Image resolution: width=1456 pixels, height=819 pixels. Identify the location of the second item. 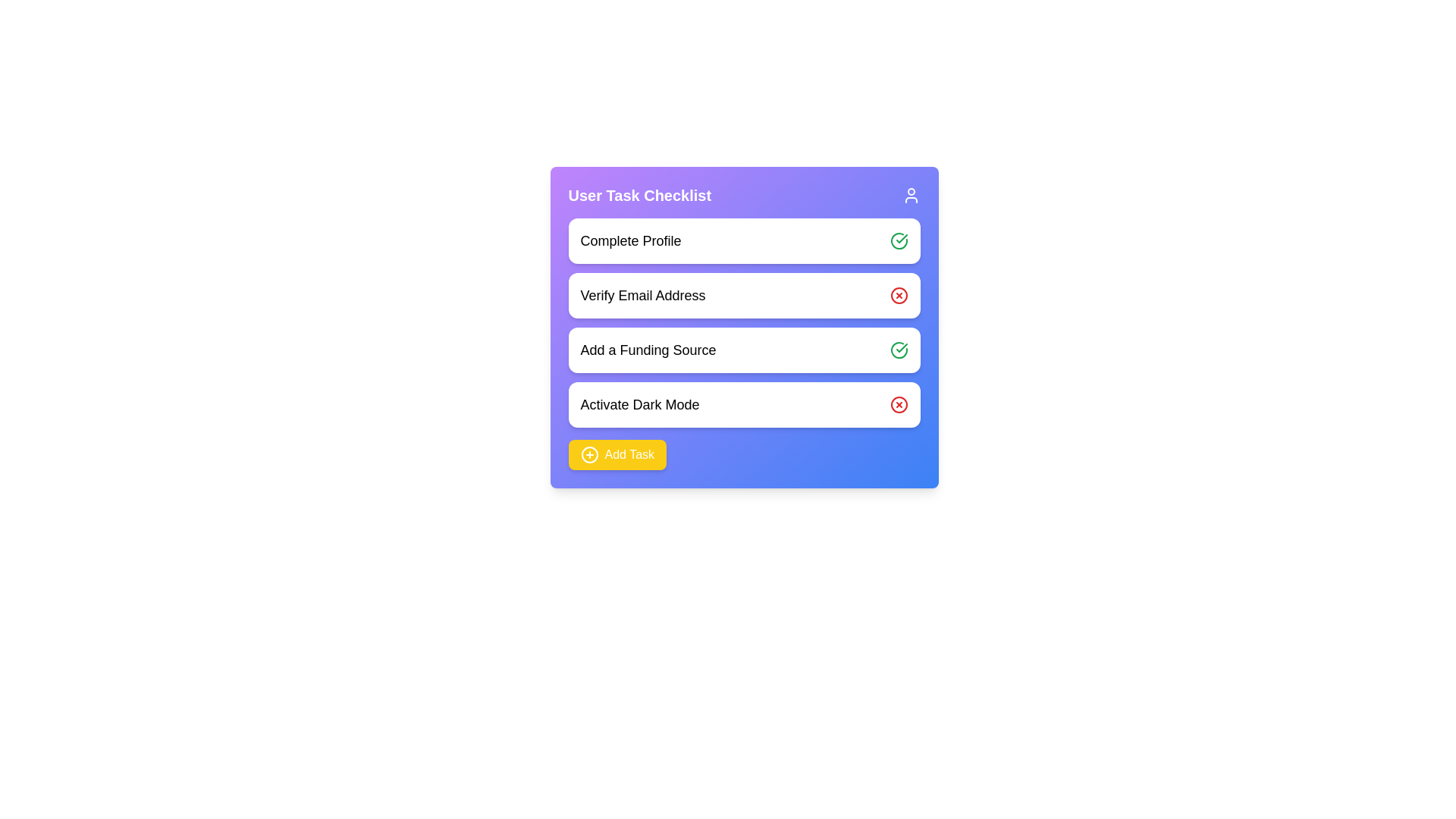
(744, 295).